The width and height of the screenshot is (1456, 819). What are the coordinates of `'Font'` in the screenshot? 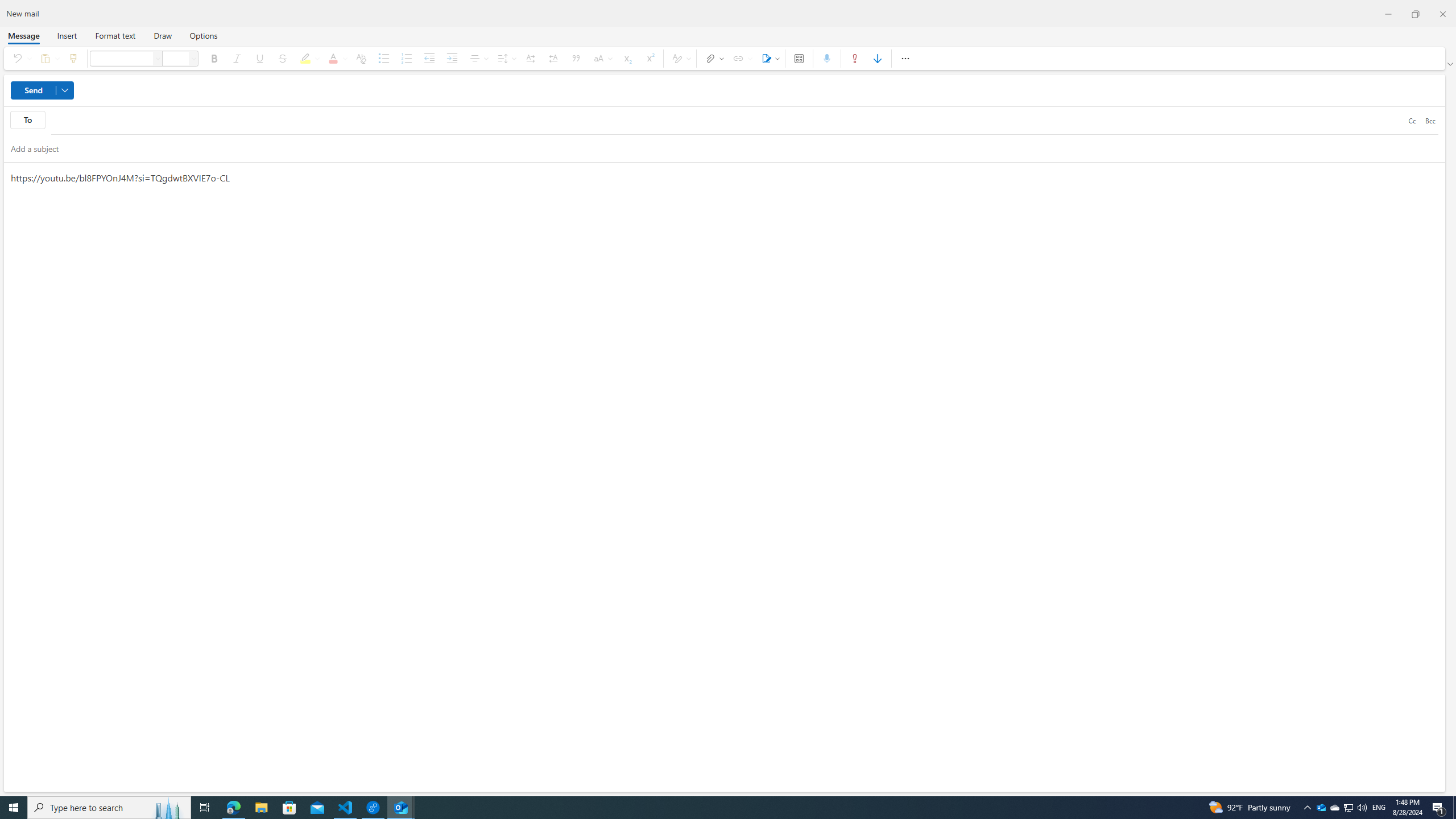 It's located at (158, 58).